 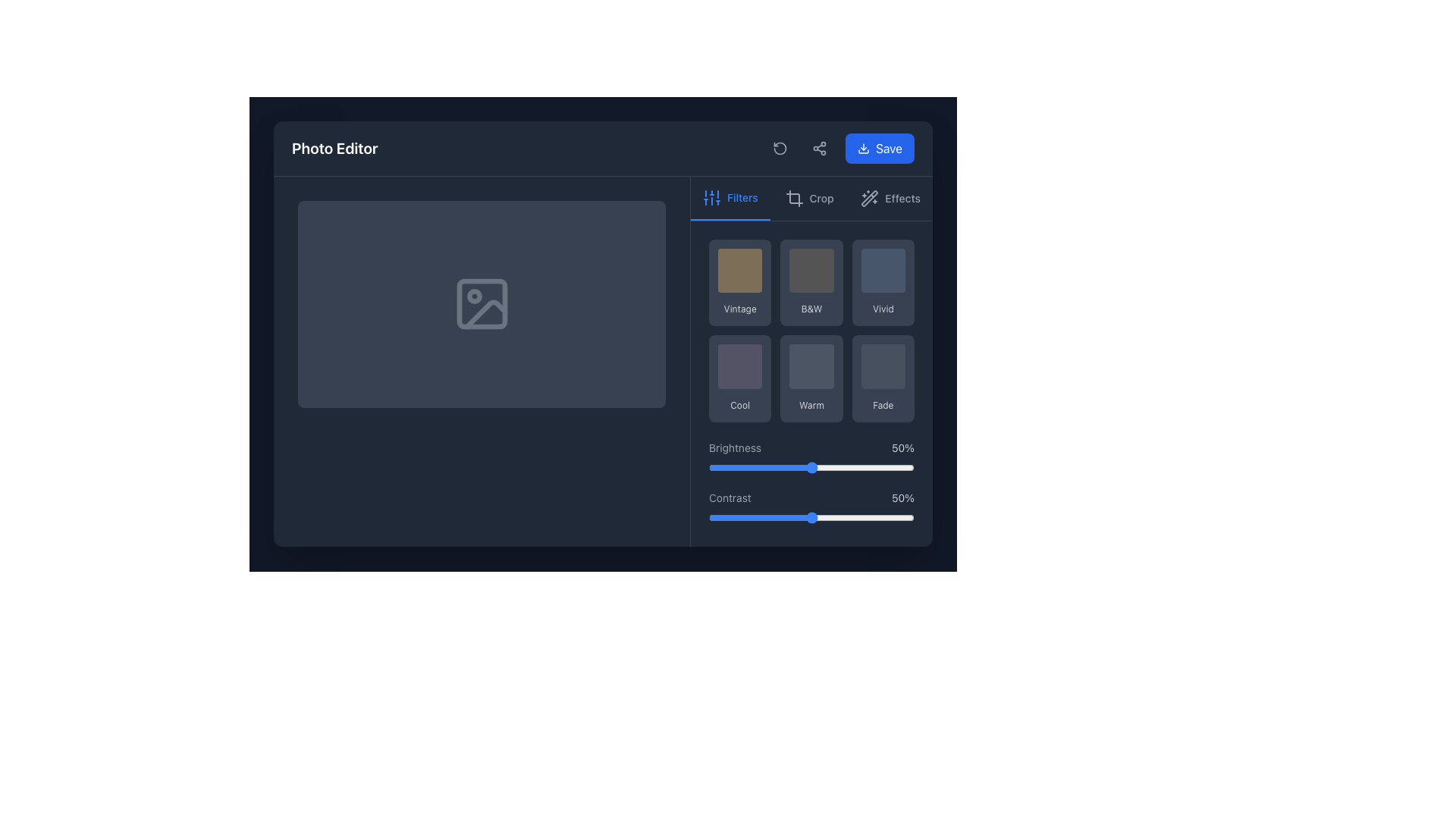 What do you see at coordinates (908, 466) in the screenshot?
I see `the slider` at bounding box center [908, 466].